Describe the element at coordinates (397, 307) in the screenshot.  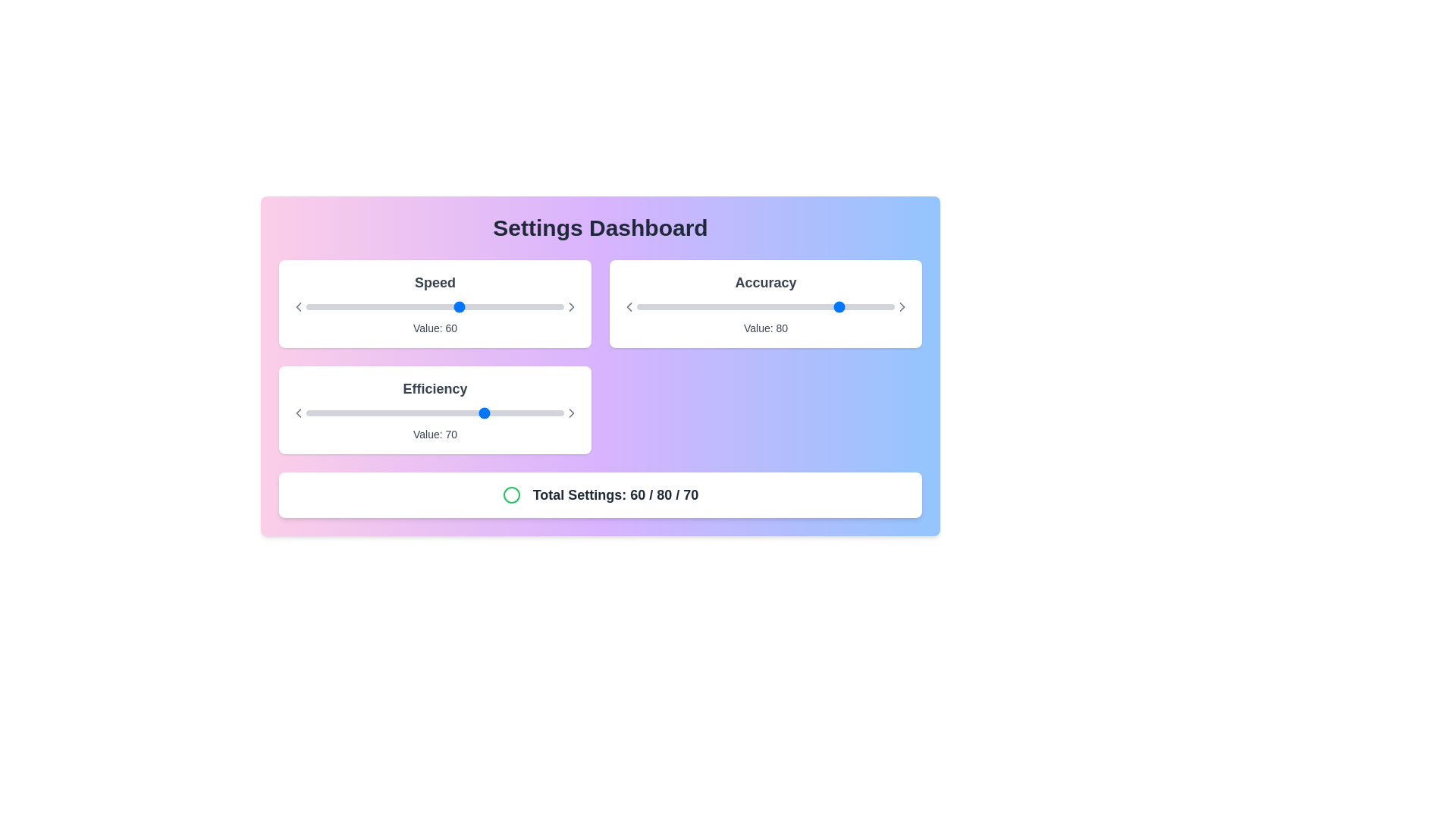
I see `the speed setting` at that location.